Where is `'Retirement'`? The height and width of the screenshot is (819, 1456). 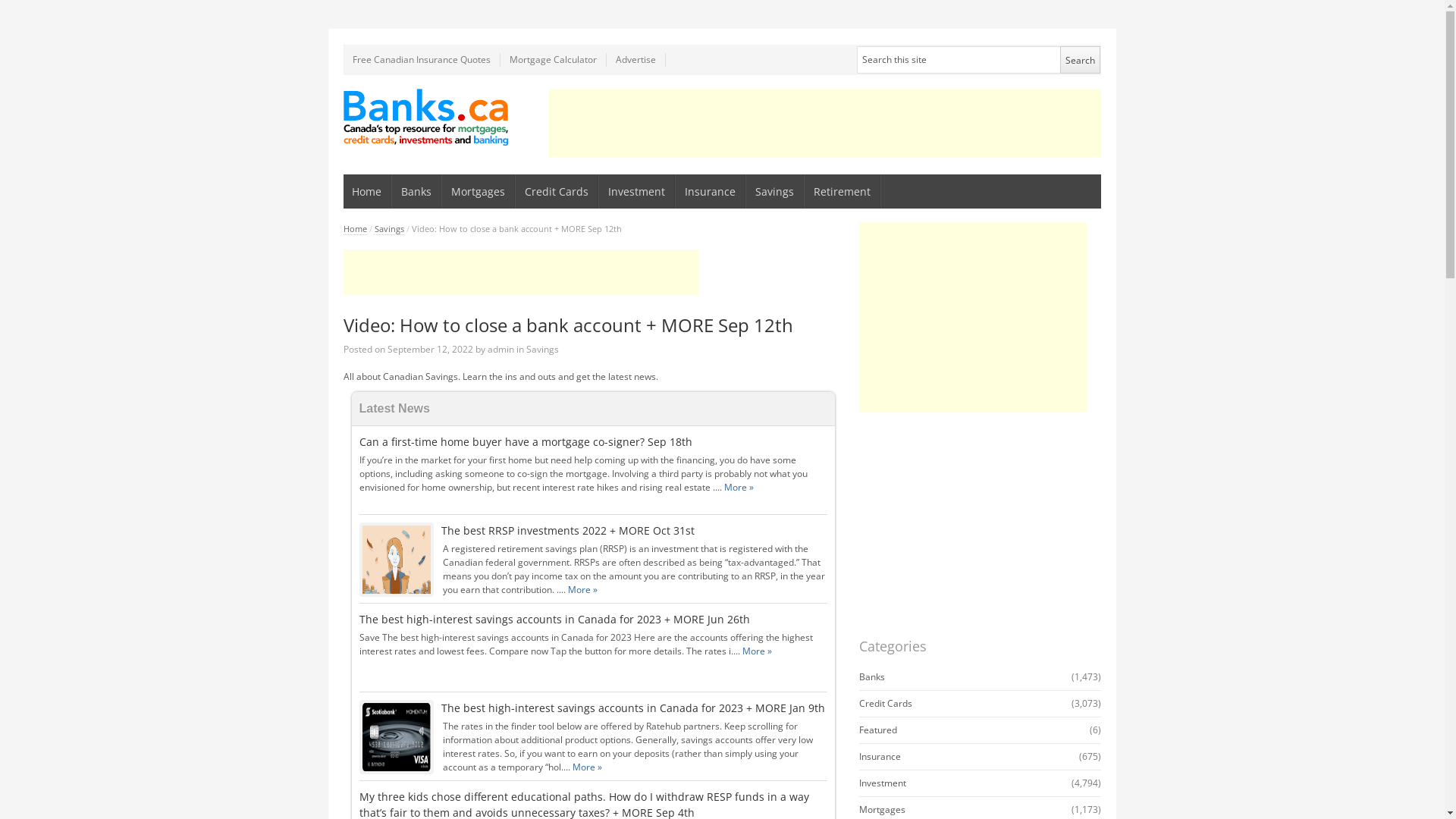
'Retirement' is located at coordinates (841, 190).